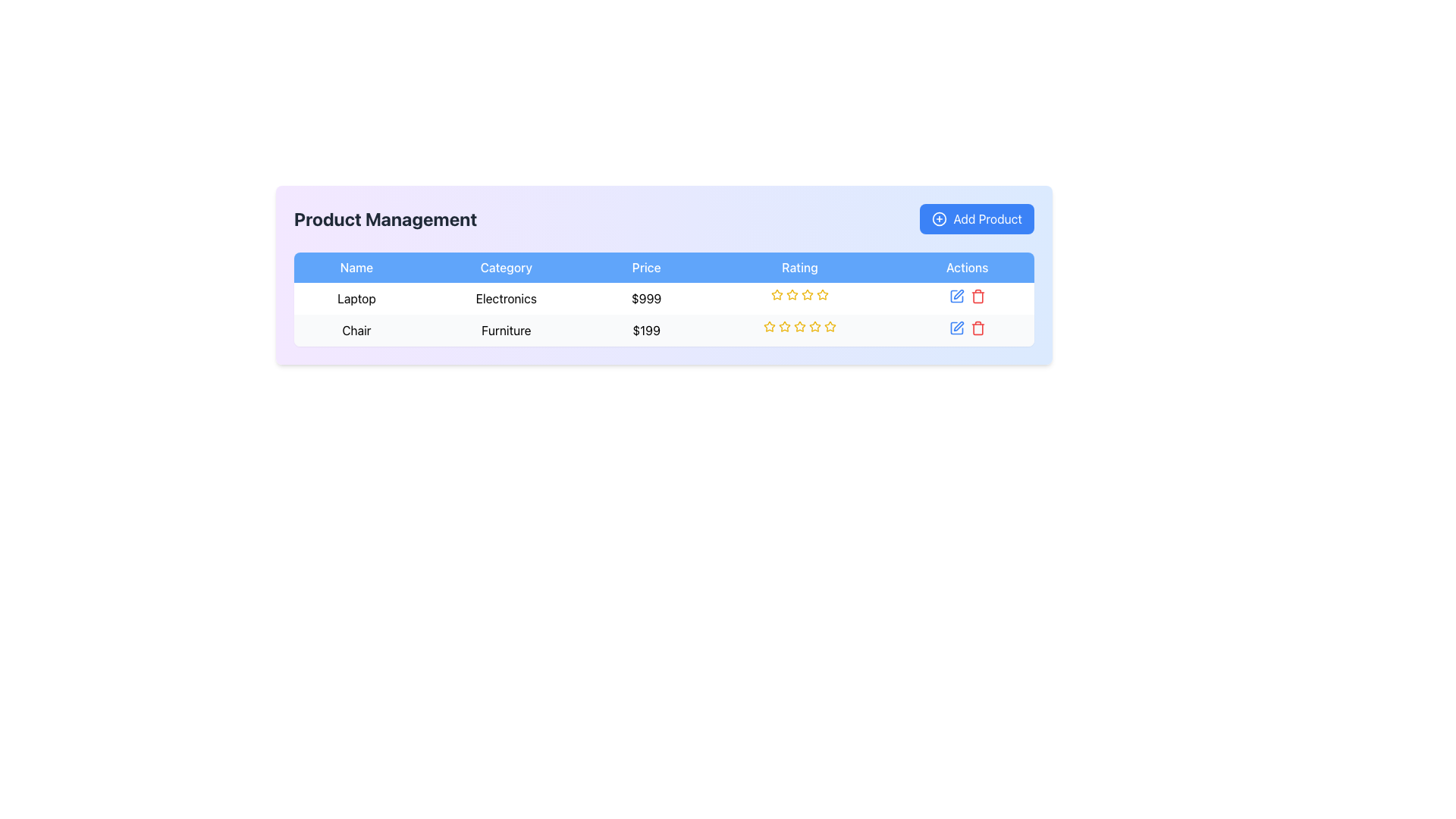 The width and height of the screenshot is (1456, 819). Describe the element at coordinates (814, 326) in the screenshot. I see `the fifth Decorative star icon with a yellow outline located in the second row of the 'Rating' column in the table` at that location.